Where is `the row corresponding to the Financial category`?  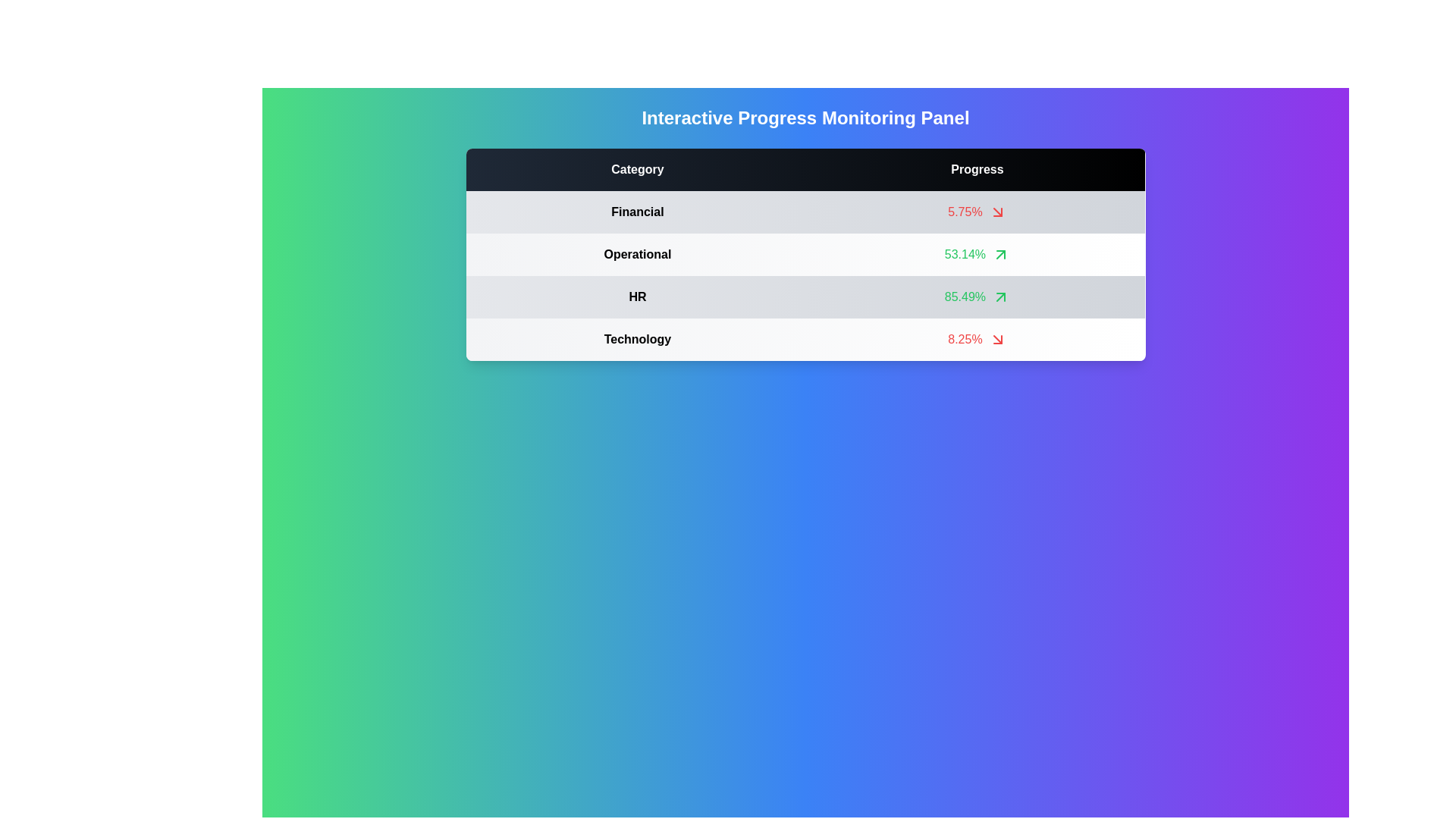 the row corresponding to the Financial category is located at coordinates (977, 212).